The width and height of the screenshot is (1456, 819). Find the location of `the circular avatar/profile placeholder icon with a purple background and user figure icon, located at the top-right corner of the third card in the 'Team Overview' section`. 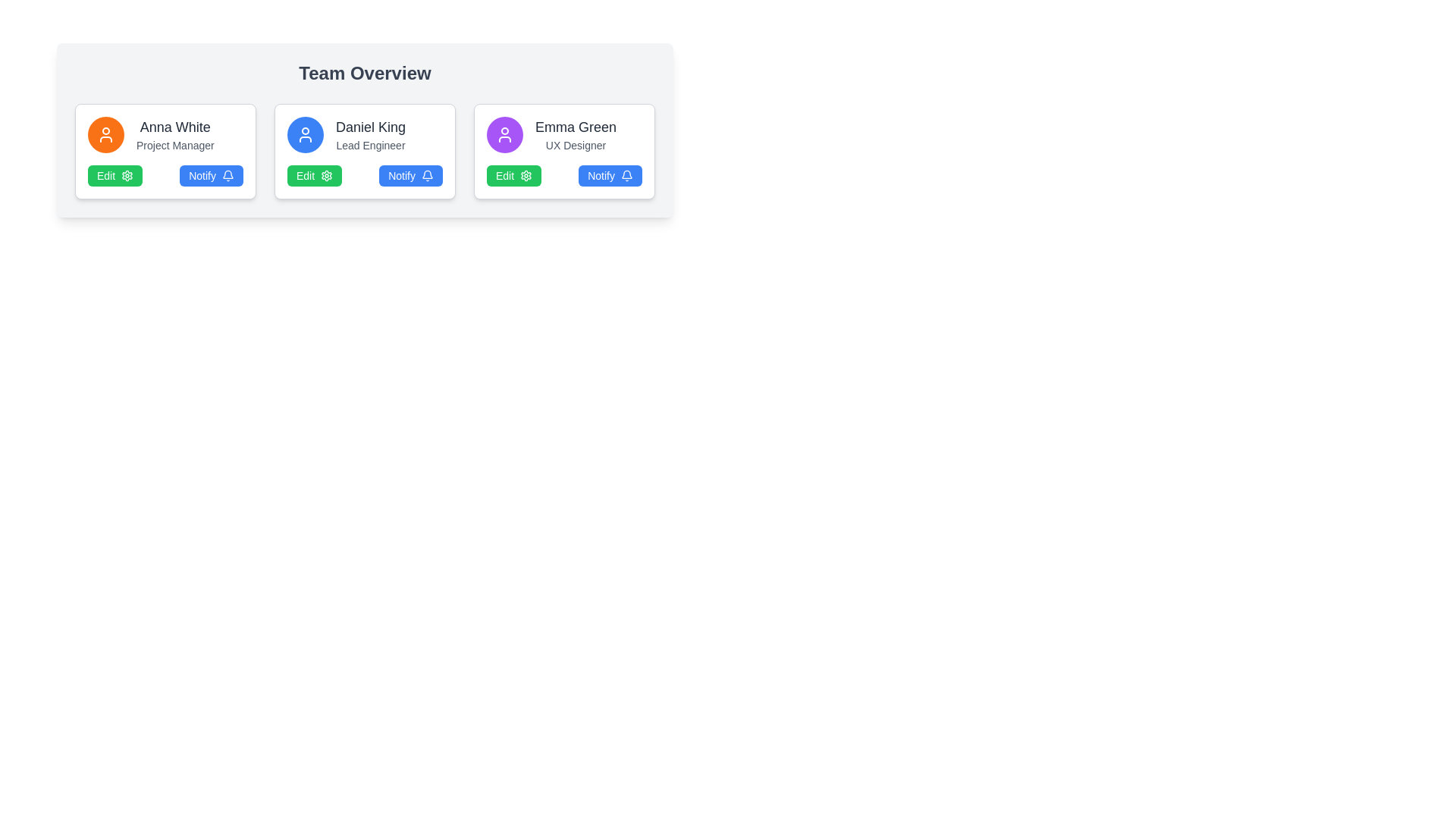

the circular avatar/profile placeholder icon with a purple background and user figure icon, located at the top-right corner of the third card in the 'Team Overview' section is located at coordinates (505, 133).